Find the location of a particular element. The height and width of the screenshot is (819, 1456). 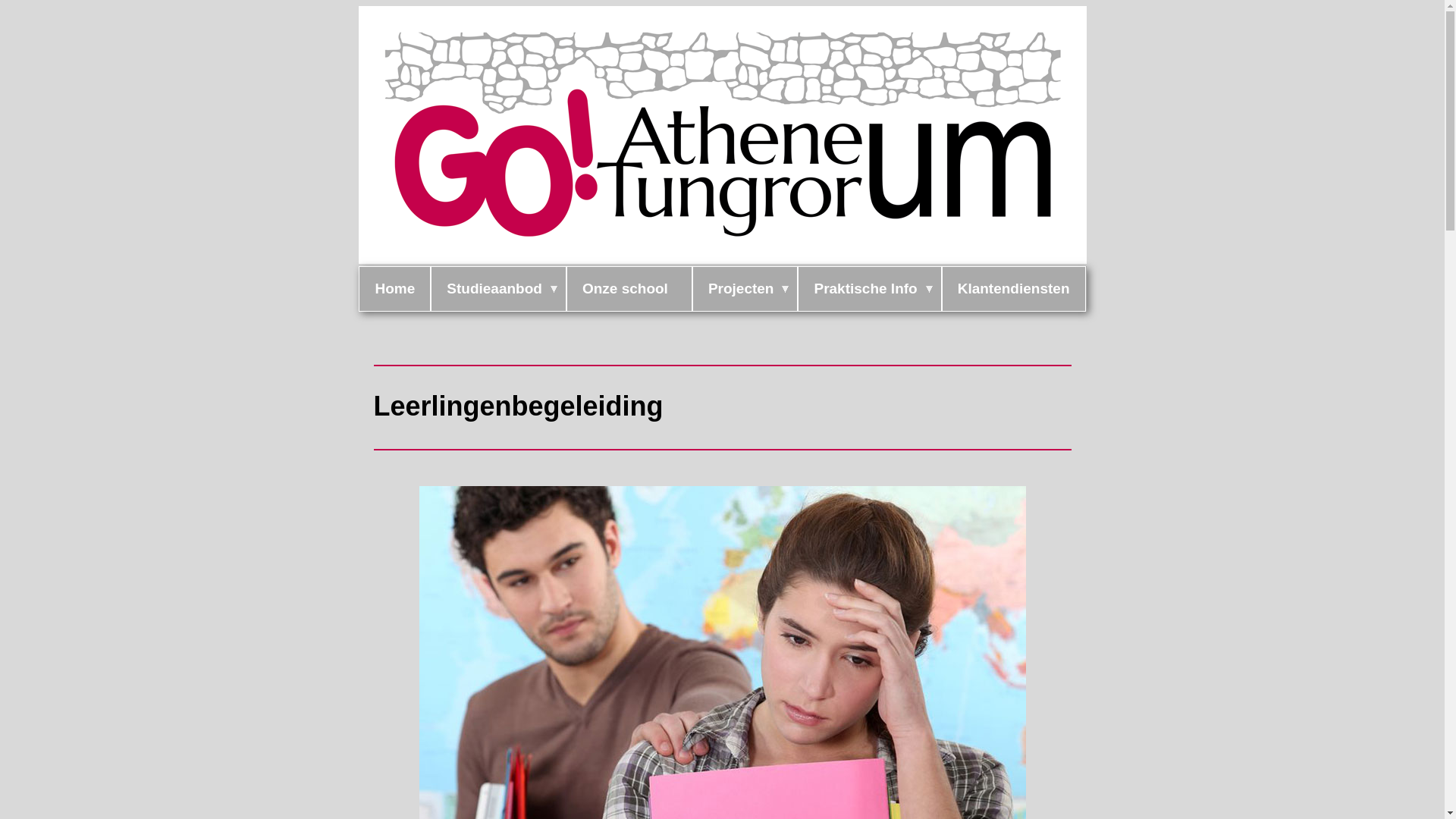

'Studieaanbod' is located at coordinates (498, 289).